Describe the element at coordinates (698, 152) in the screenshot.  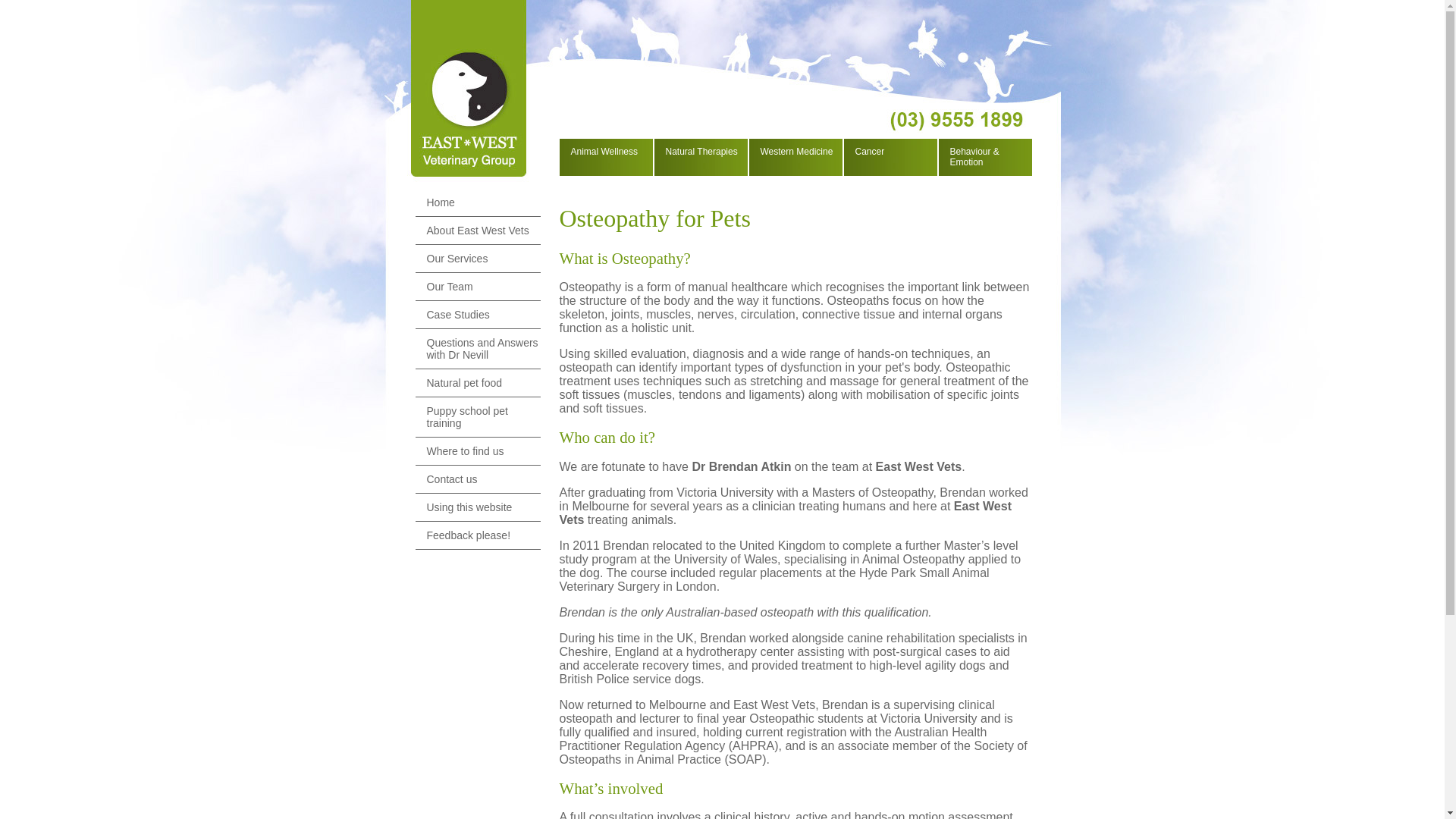
I see `'Natural Therapies'` at that location.